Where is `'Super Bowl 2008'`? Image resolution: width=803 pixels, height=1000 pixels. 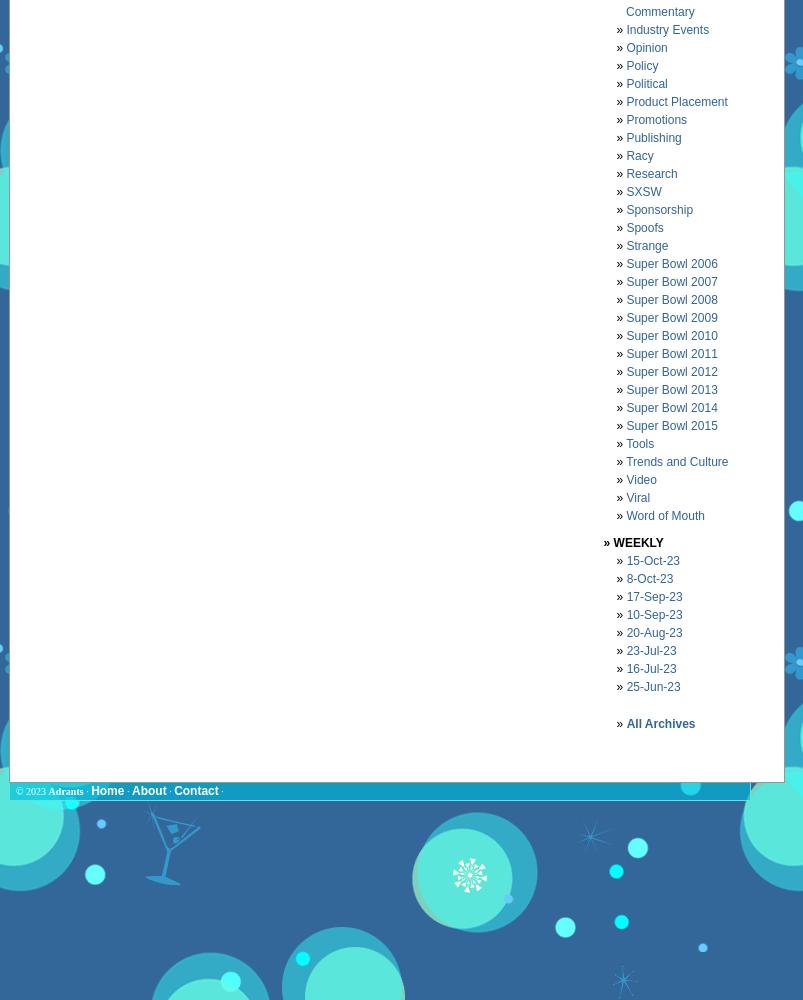 'Super Bowl 2008' is located at coordinates (670, 299).